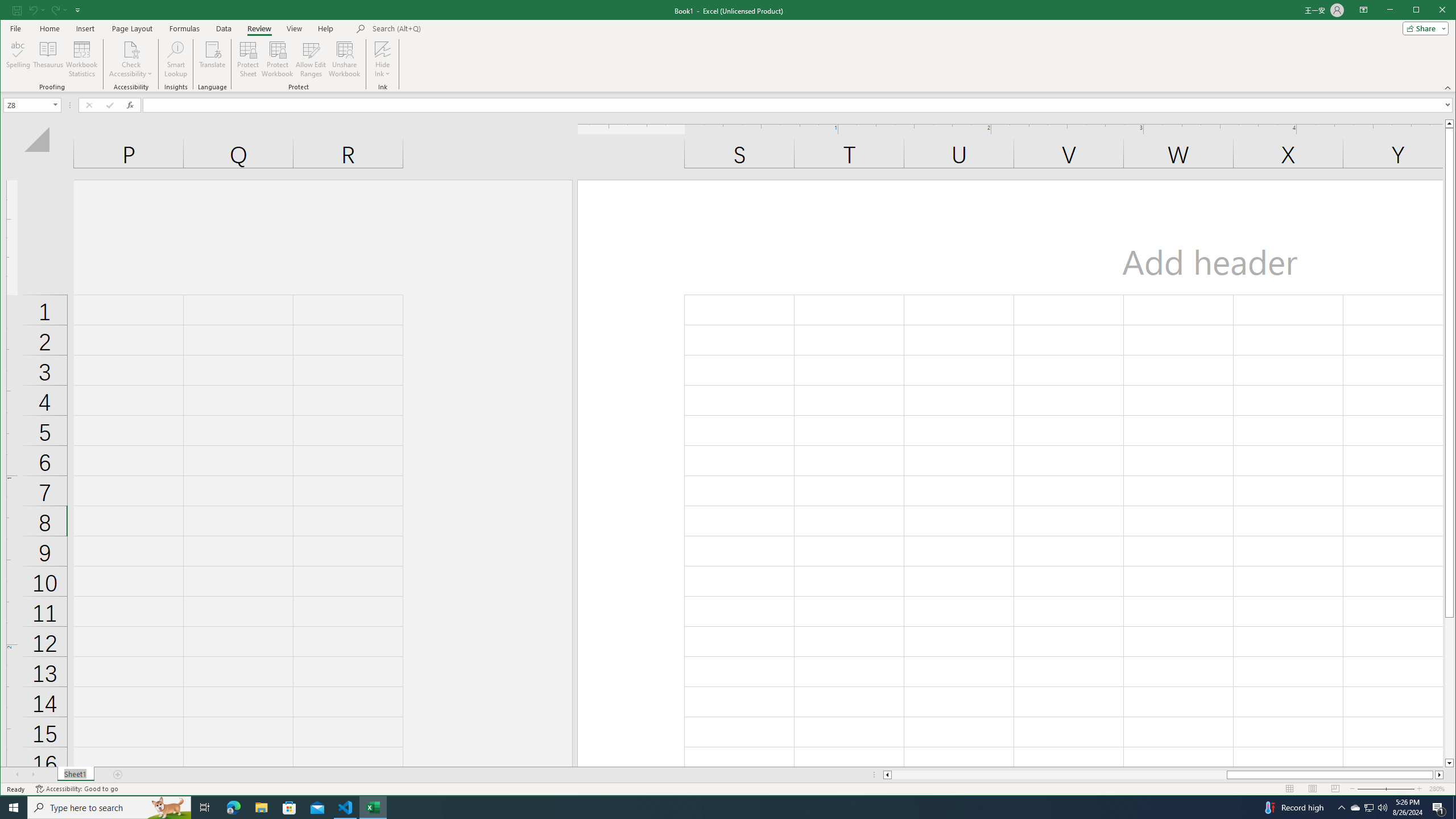 This screenshot has width=1456, height=819. I want to click on 'Unshare Workbook', so click(344, 59).